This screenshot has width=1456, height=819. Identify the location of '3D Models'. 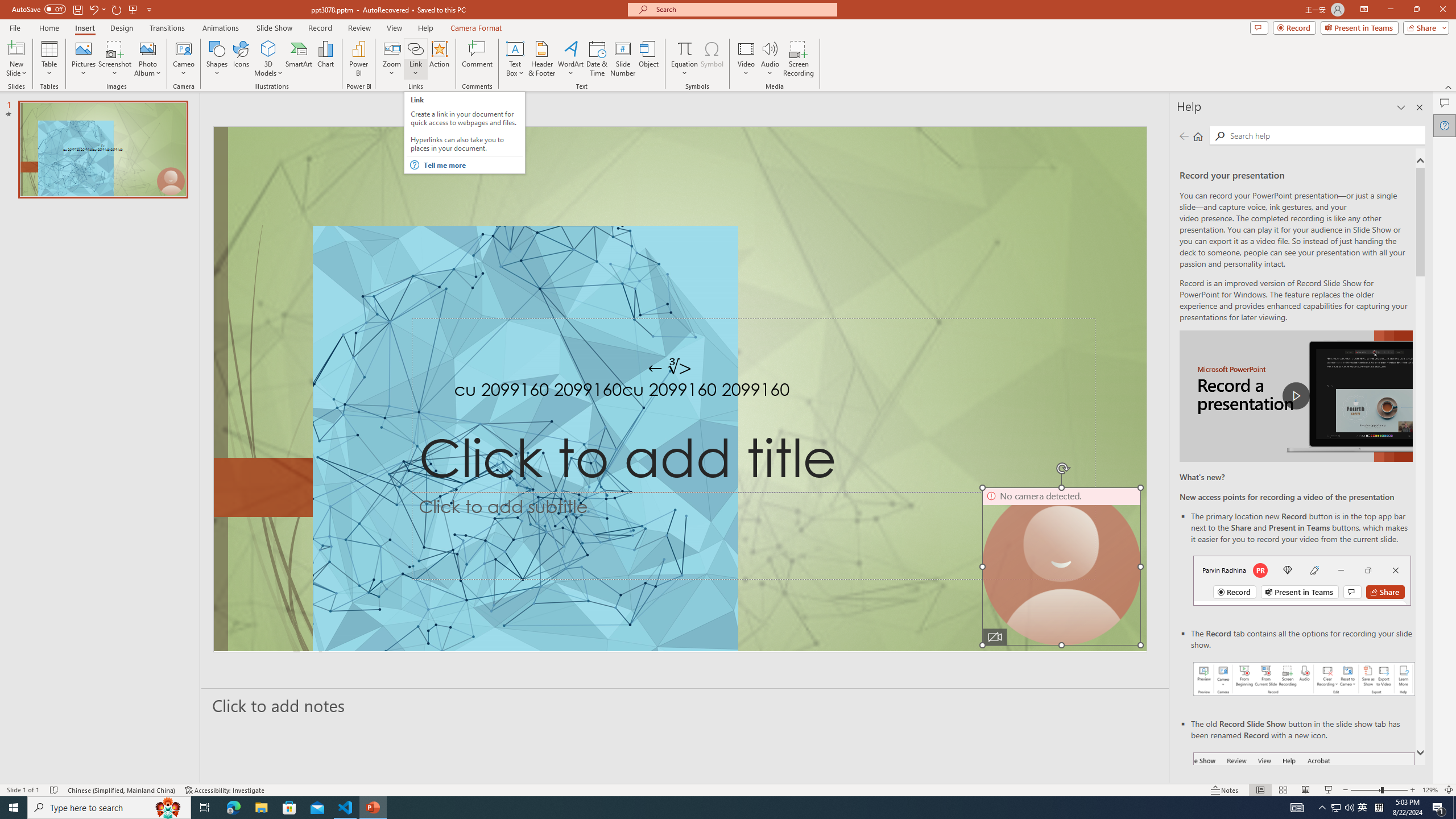
(268, 59).